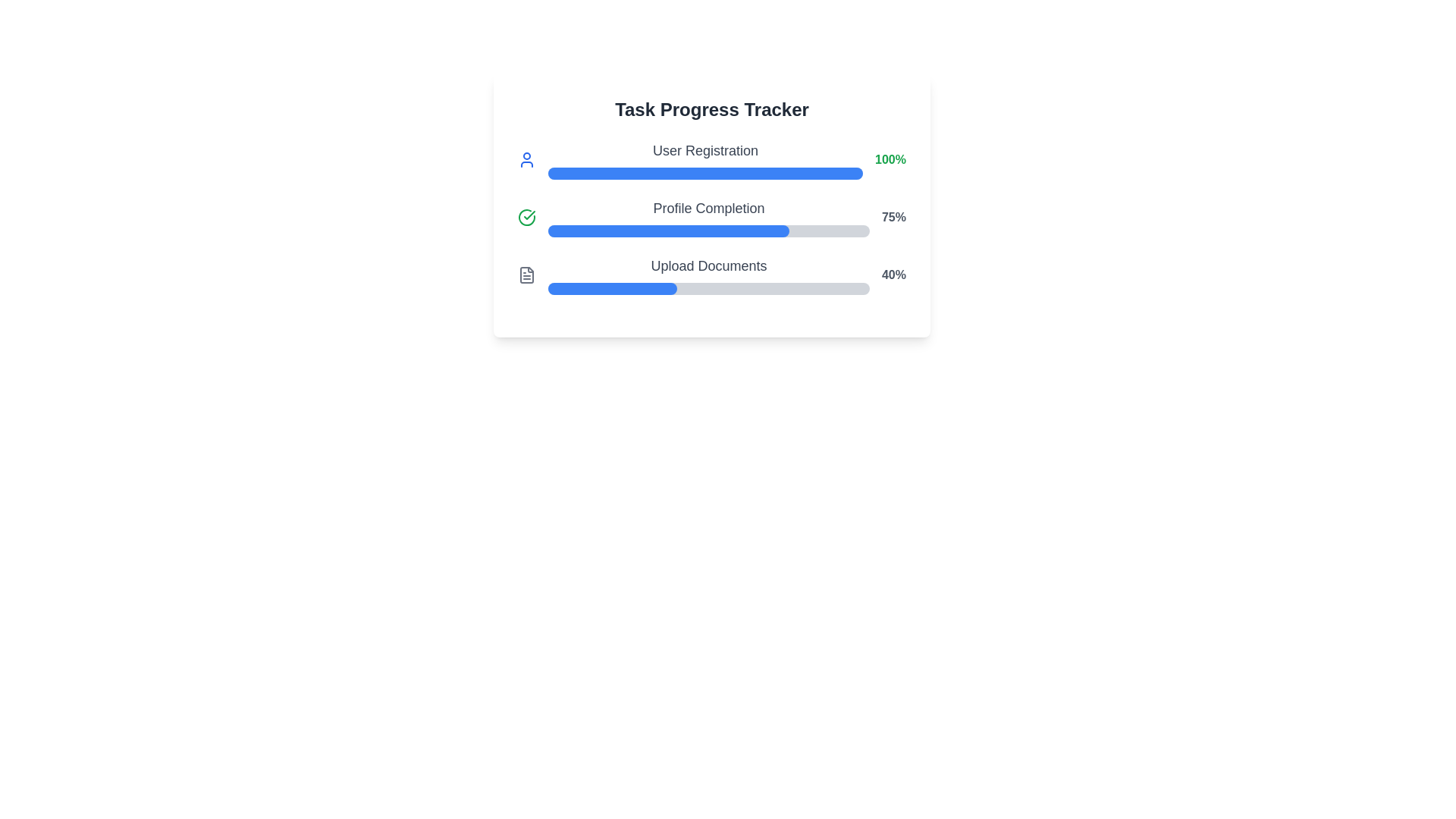  What do you see at coordinates (894, 217) in the screenshot?
I see `percentage value displayed in the text label indicating the progress of the 'Profile Completion' task, which is positioned to the right of the associated progress bar` at bounding box center [894, 217].